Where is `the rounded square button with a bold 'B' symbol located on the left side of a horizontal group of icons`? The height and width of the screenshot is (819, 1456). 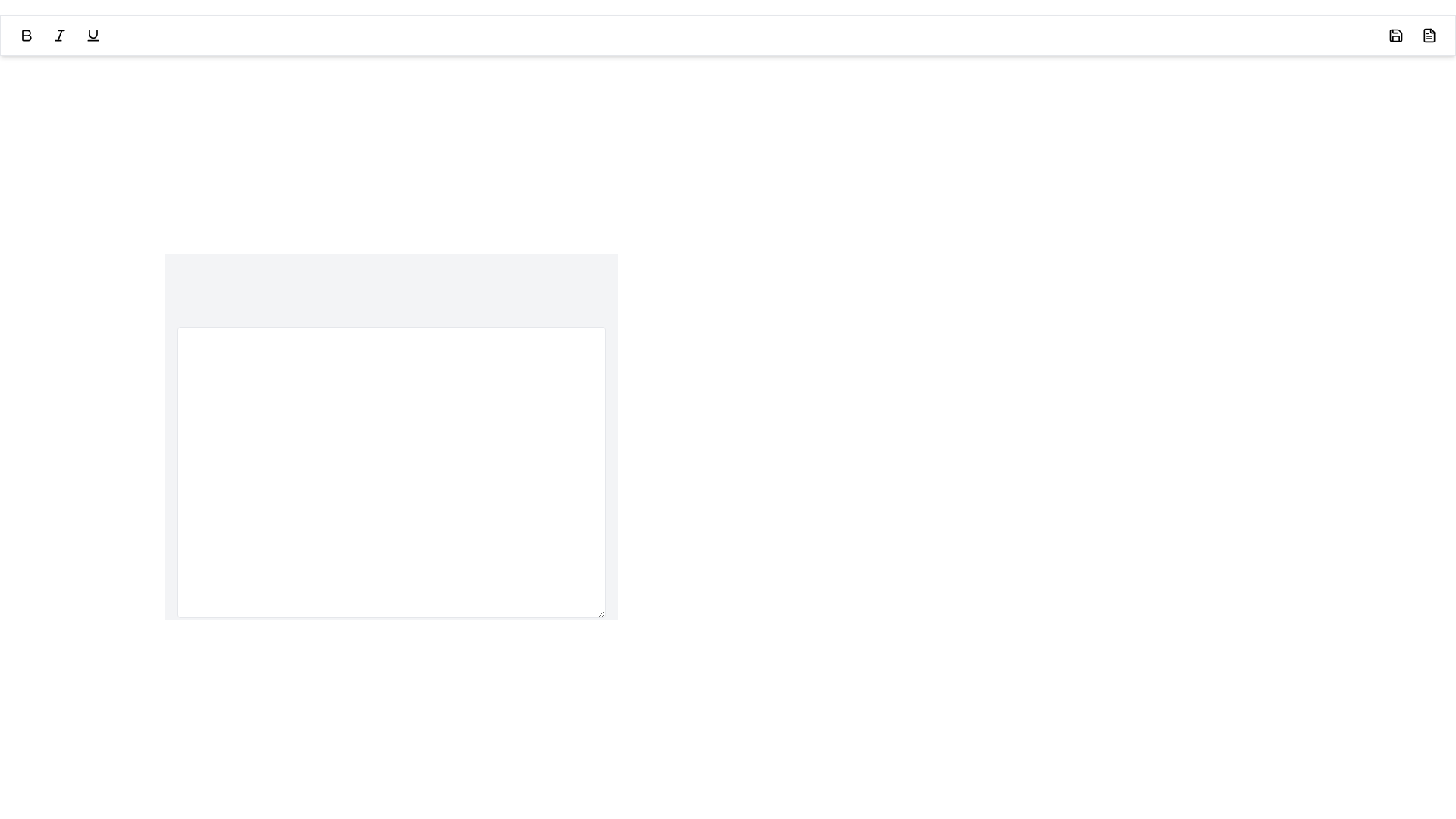 the rounded square button with a bold 'B' symbol located on the left side of a horizontal group of icons is located at coordinates (26, 34).